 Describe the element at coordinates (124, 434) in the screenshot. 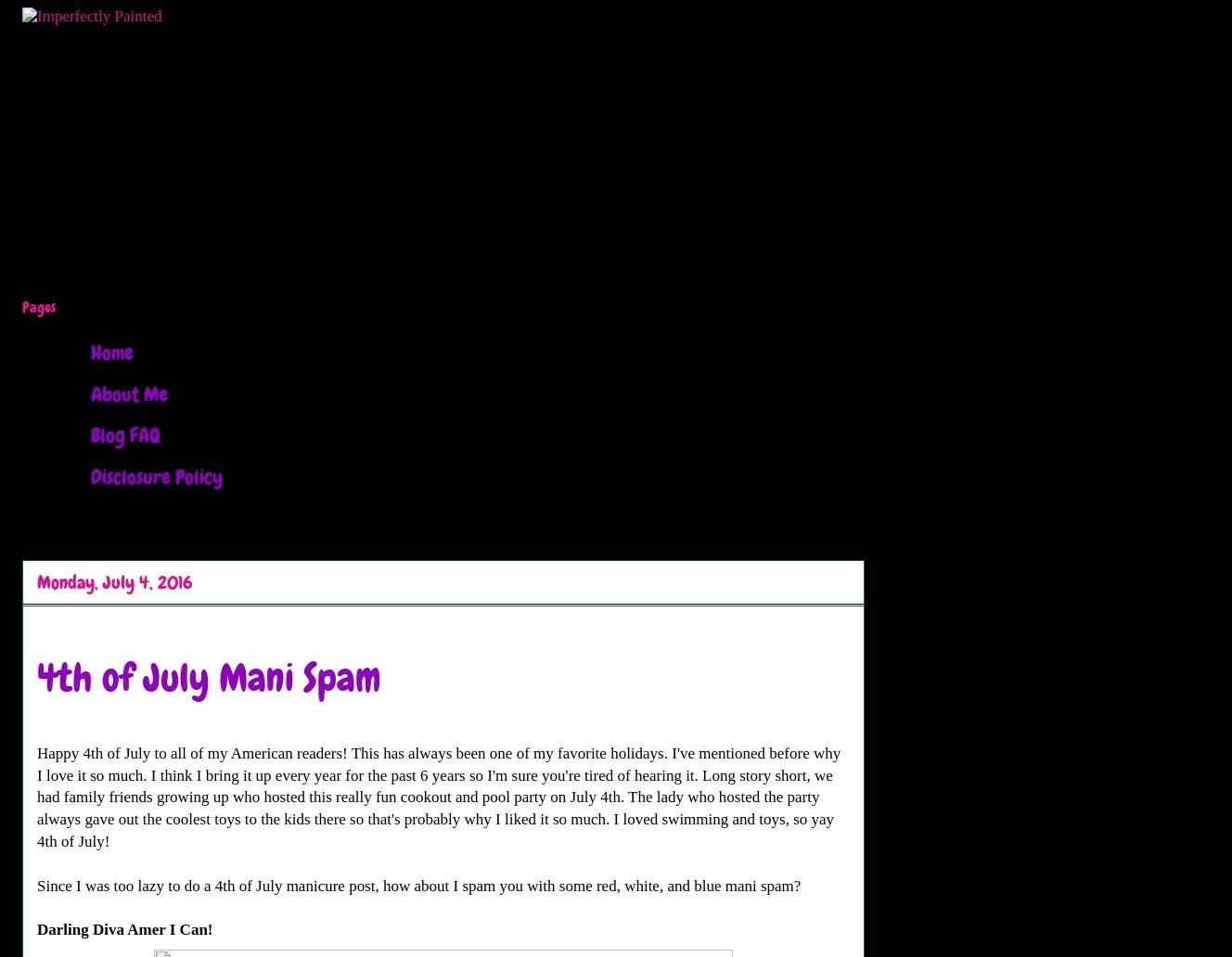

I see `'Blog FAQ'` at that location.